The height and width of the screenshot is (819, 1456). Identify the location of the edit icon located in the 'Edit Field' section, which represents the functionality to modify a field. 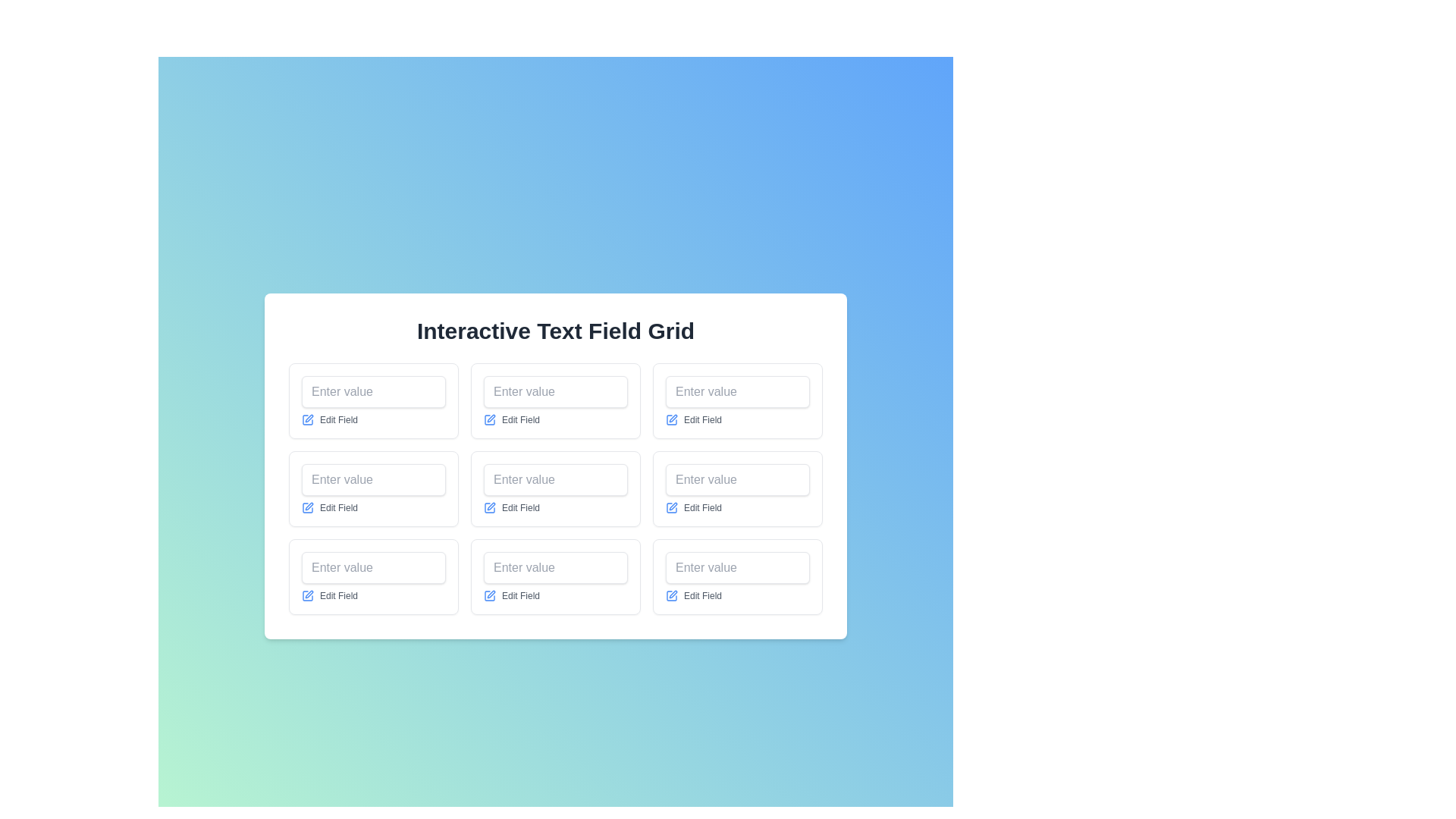
(490, 508).